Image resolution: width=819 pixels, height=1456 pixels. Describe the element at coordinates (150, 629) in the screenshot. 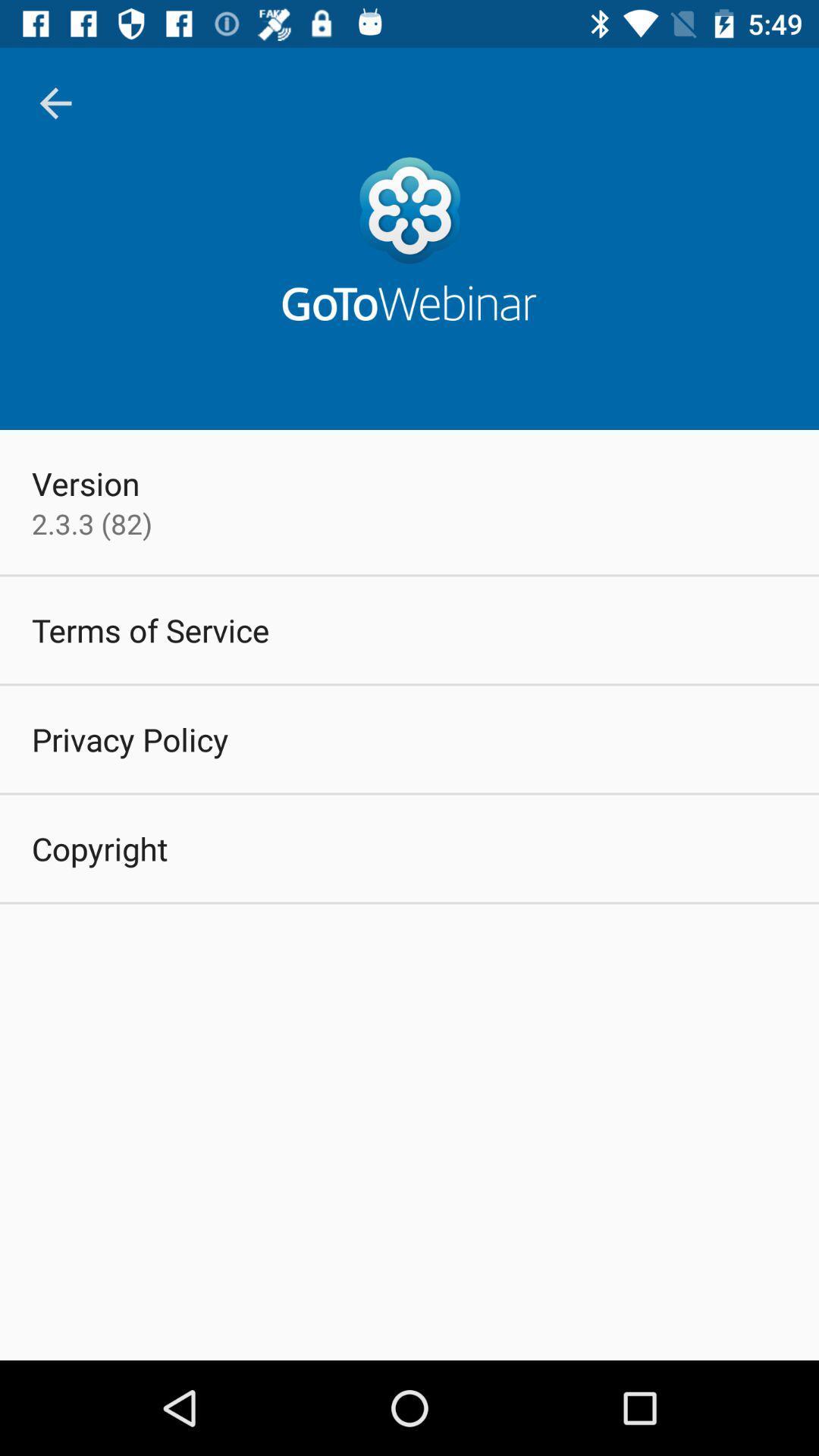

I see `the terms of service` at that location.